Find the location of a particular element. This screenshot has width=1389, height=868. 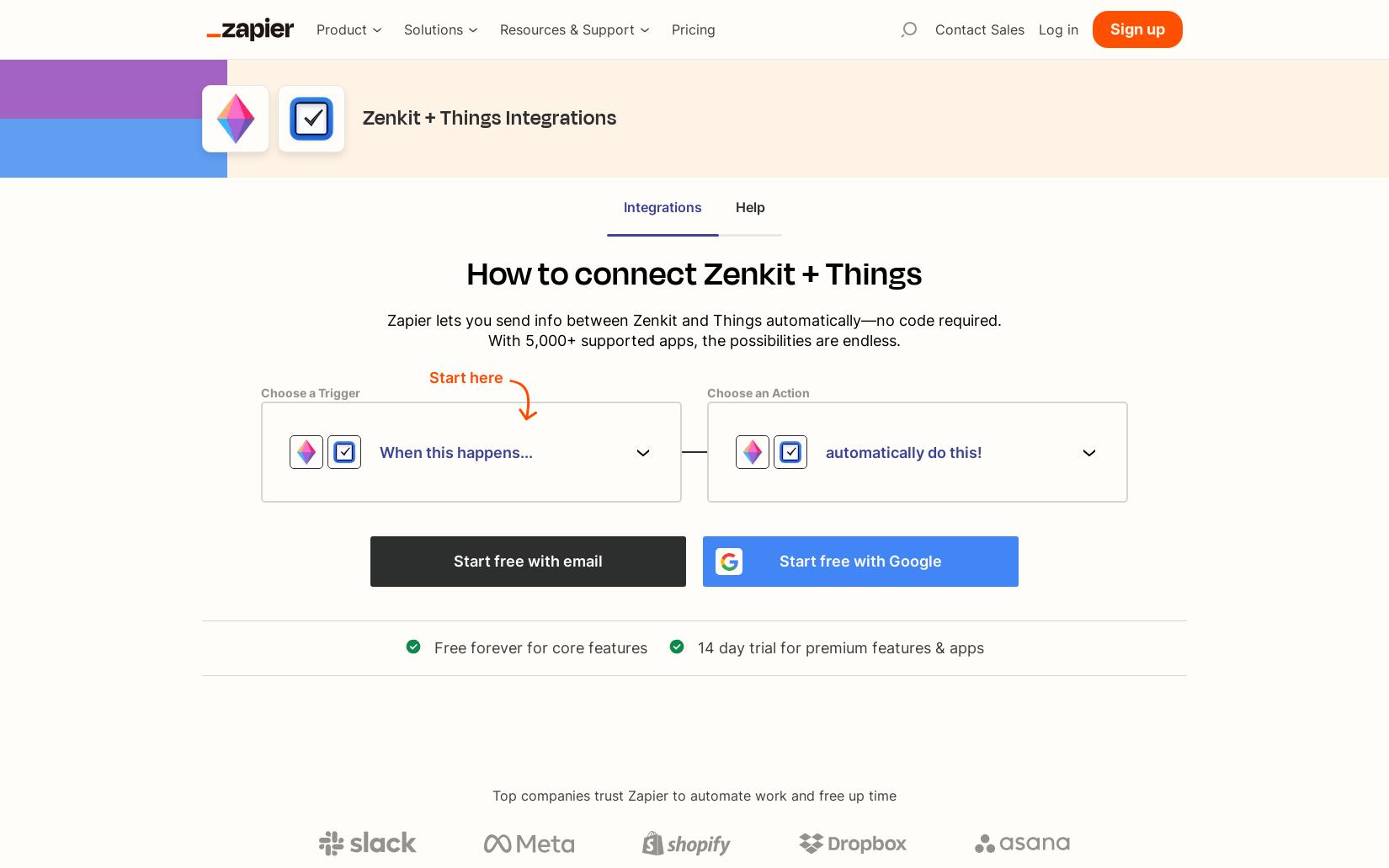

'Start here' is located at coordinates (466, 377).